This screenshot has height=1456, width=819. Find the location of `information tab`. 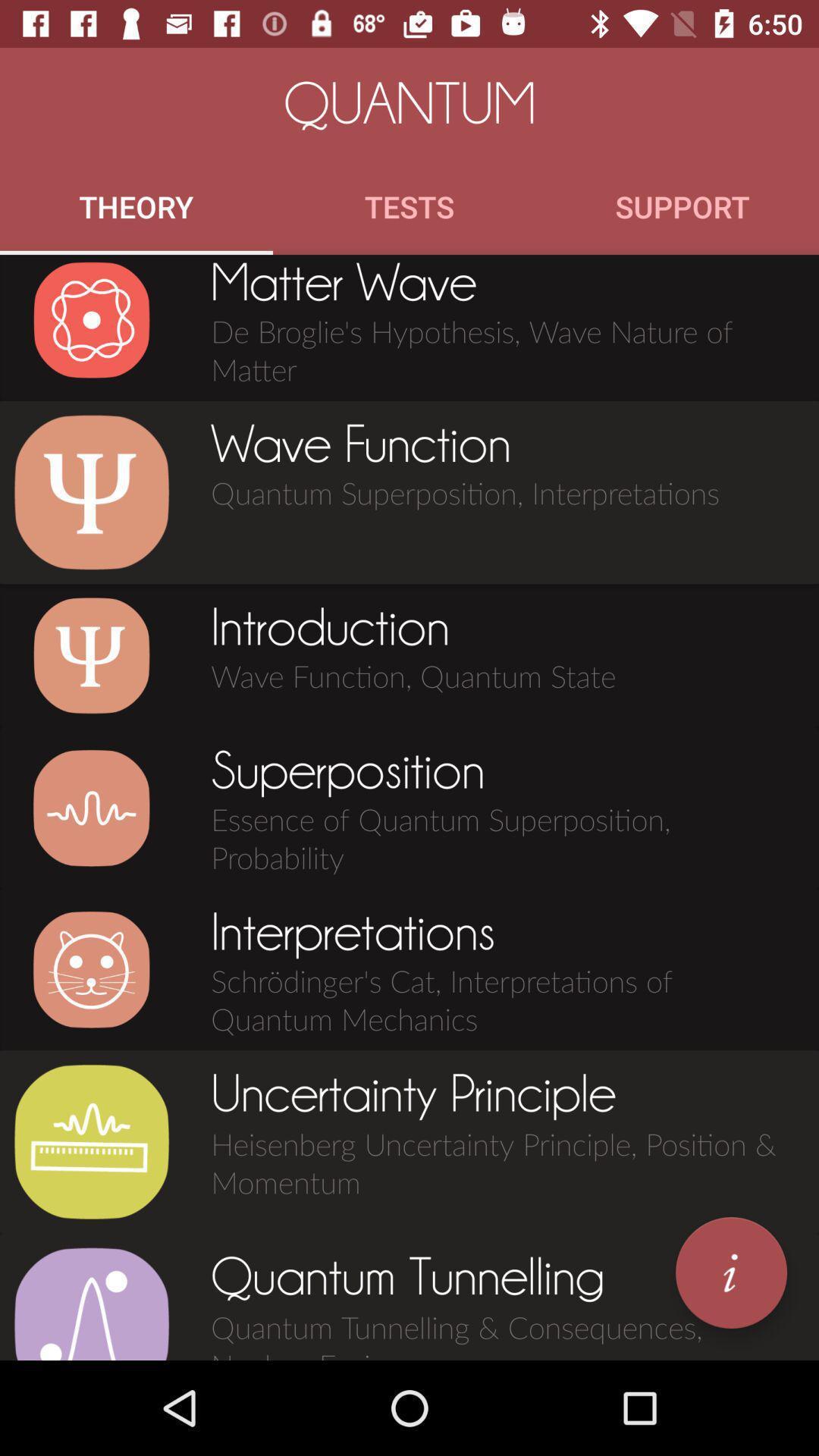

information tab is located at coordinates (730, 1272).